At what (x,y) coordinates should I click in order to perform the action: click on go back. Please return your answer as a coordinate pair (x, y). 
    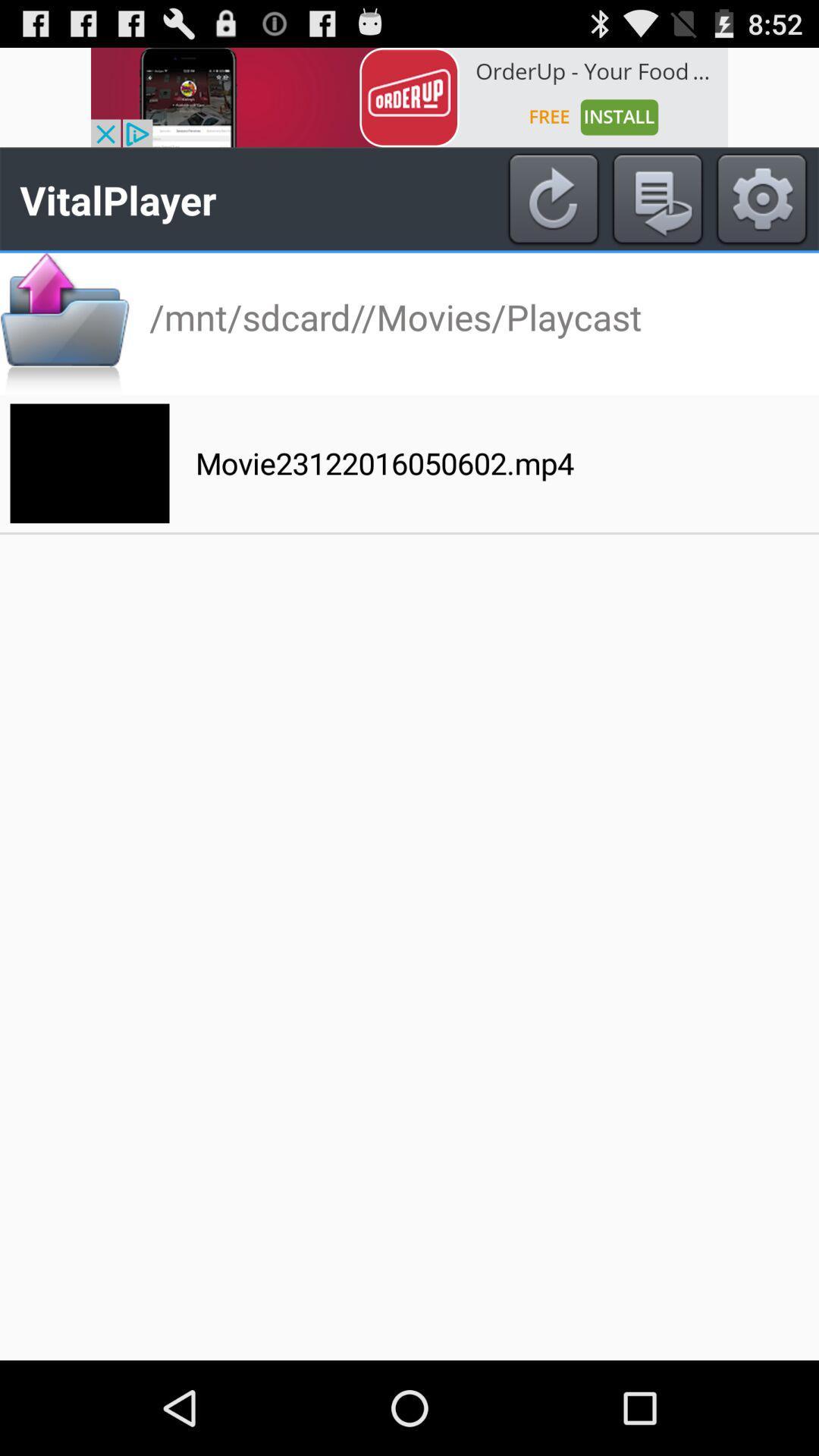
    Looking at the image, I should click on (657, 199).